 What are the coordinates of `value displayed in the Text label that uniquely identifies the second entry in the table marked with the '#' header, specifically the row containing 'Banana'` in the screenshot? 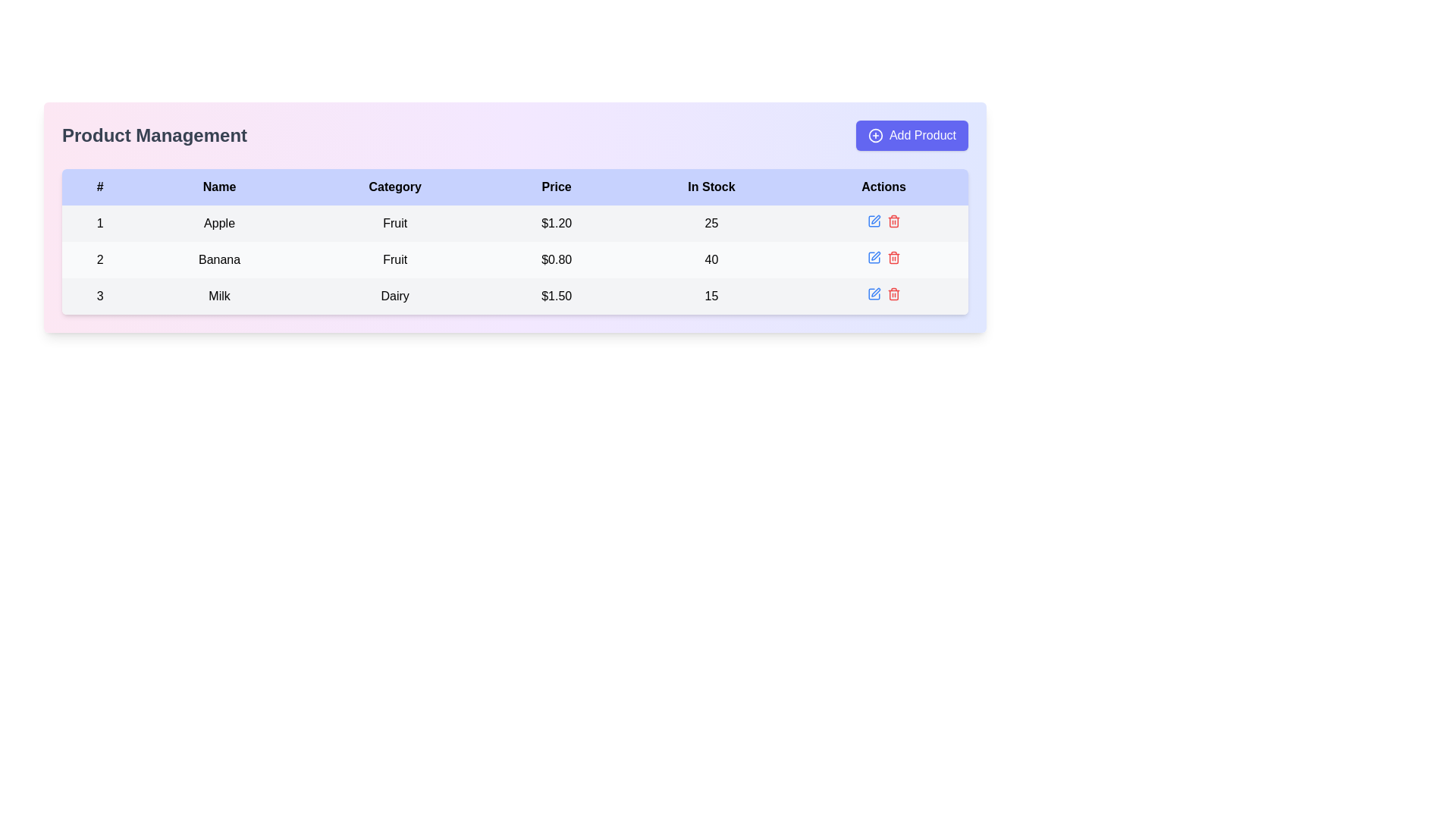 It's located at (99, 259).